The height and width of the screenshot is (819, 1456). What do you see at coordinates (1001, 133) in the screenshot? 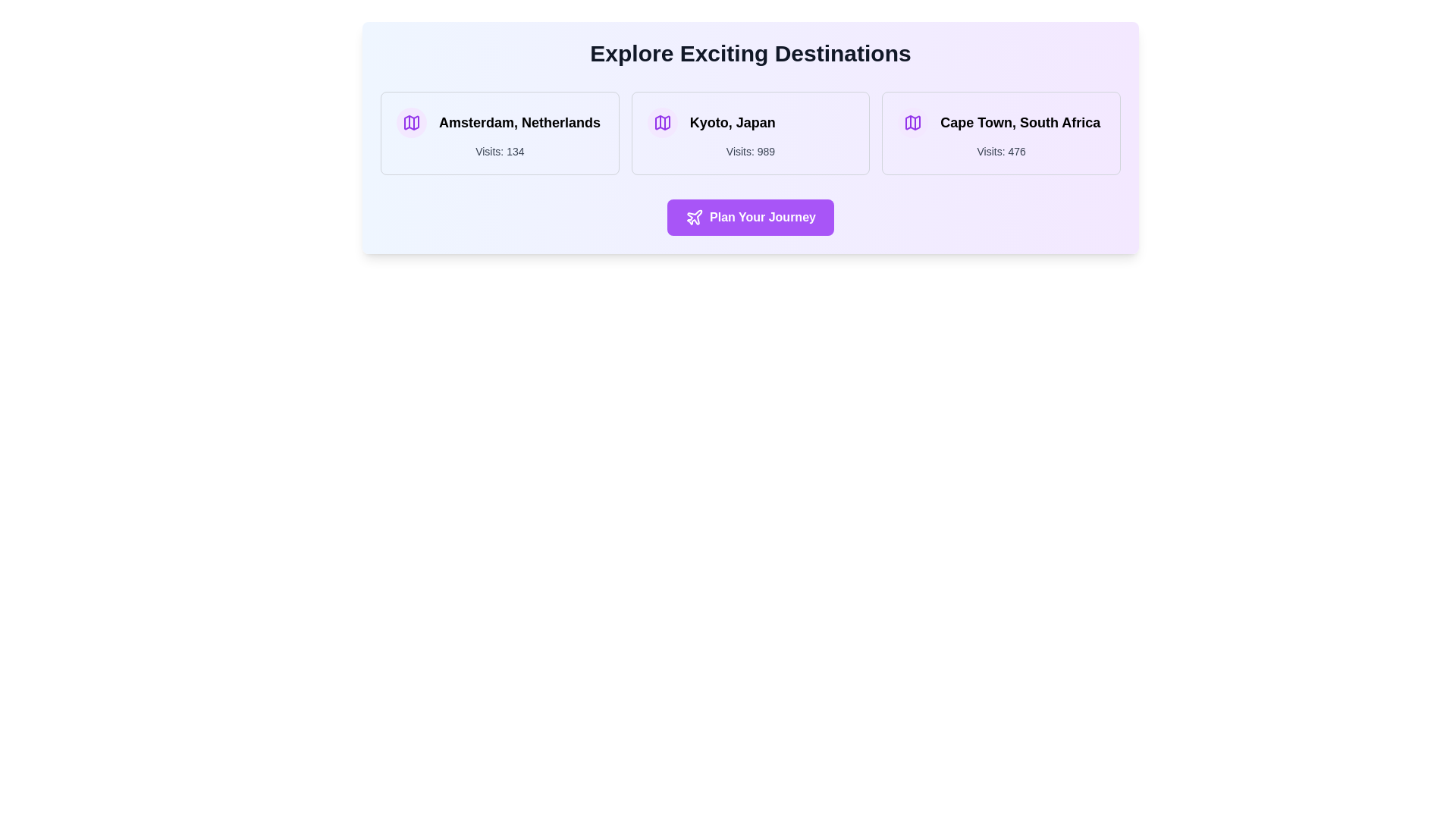
I see `the travel destination card for Cape Town, South Africa` at bounding box center [1001, 133].